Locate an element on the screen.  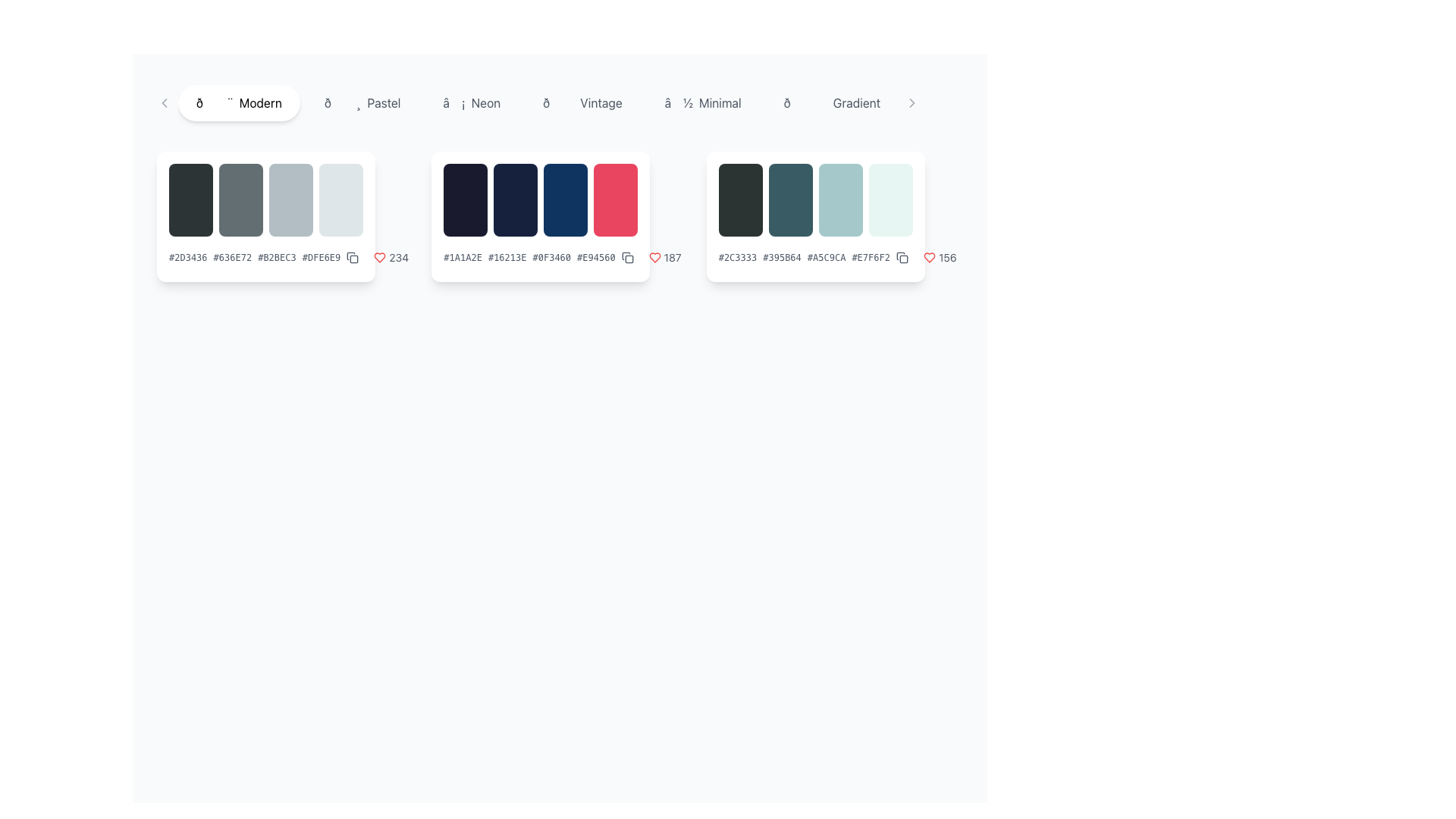
the leftward-facing chevron arrow icon button, which is styled in gray and located immediately to the left of the 'Modern' category label in the horizontal category navigation bar is located at coordinates (164, 102).